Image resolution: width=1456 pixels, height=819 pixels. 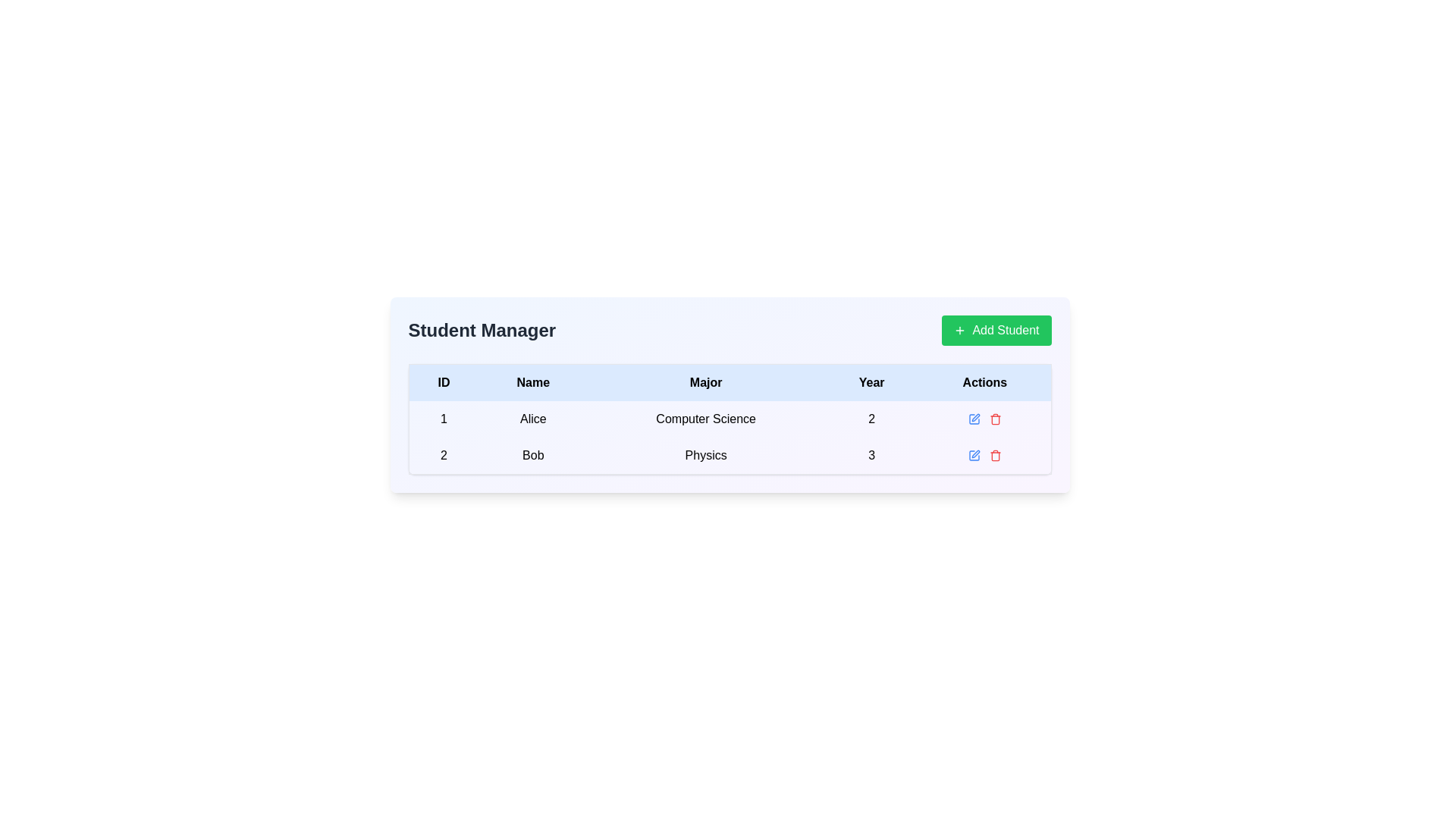 I want to click on the table header cell labeled 'ID', which is styled with bold and centered text on a blue background, located at the first position in the header row of the table, so click(x=443, y=381).